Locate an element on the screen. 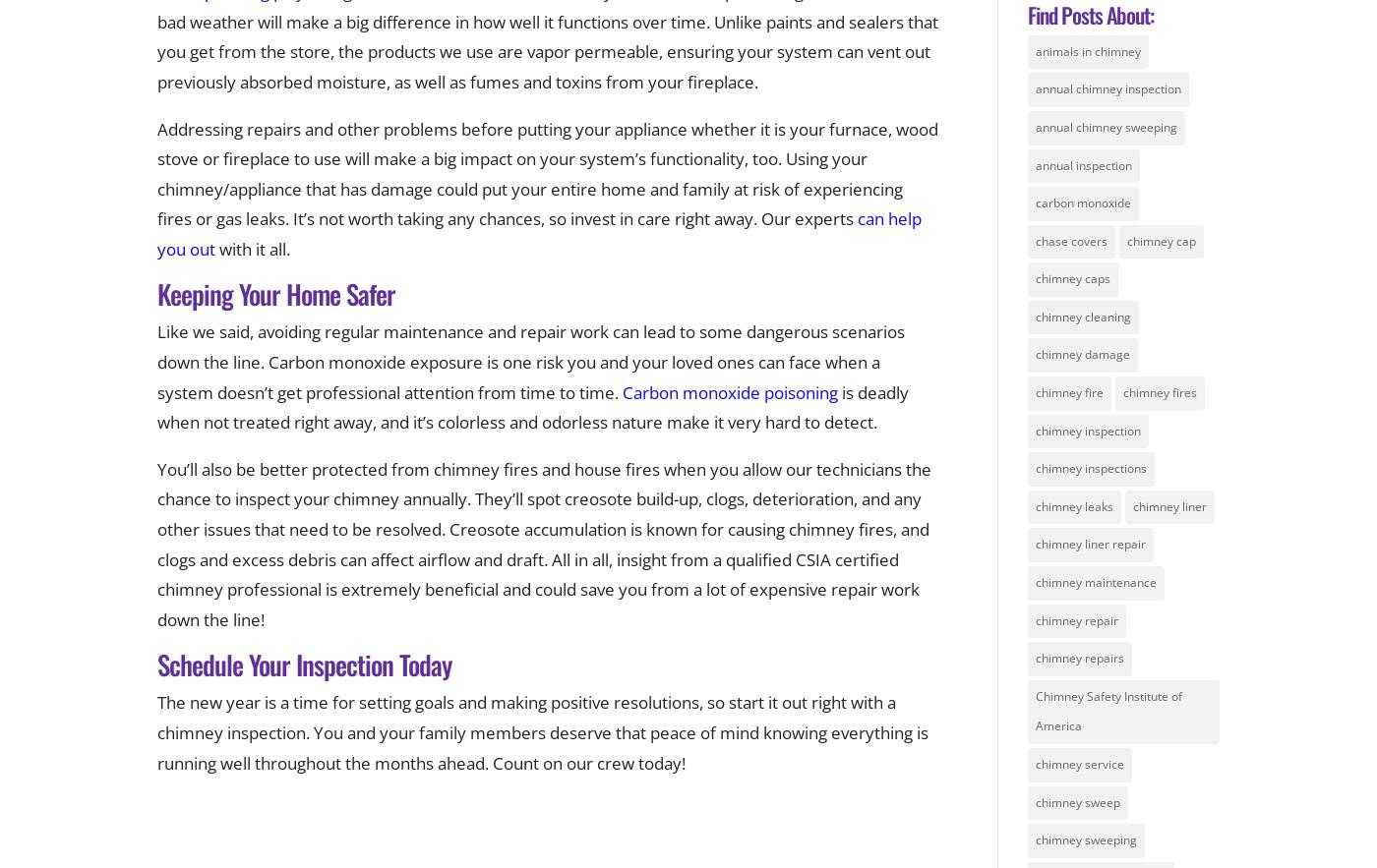 Image resolution: width=1377 pixels, height=868 pixels. 'The new year is a time for setting goals and making positive resolutions, so start it out right with a chimney inspection. You and your family members deserve that peace of mind knowing everything is running well throughout the months ahead. Count on our crew today!' is located at coordinates (543, 730).